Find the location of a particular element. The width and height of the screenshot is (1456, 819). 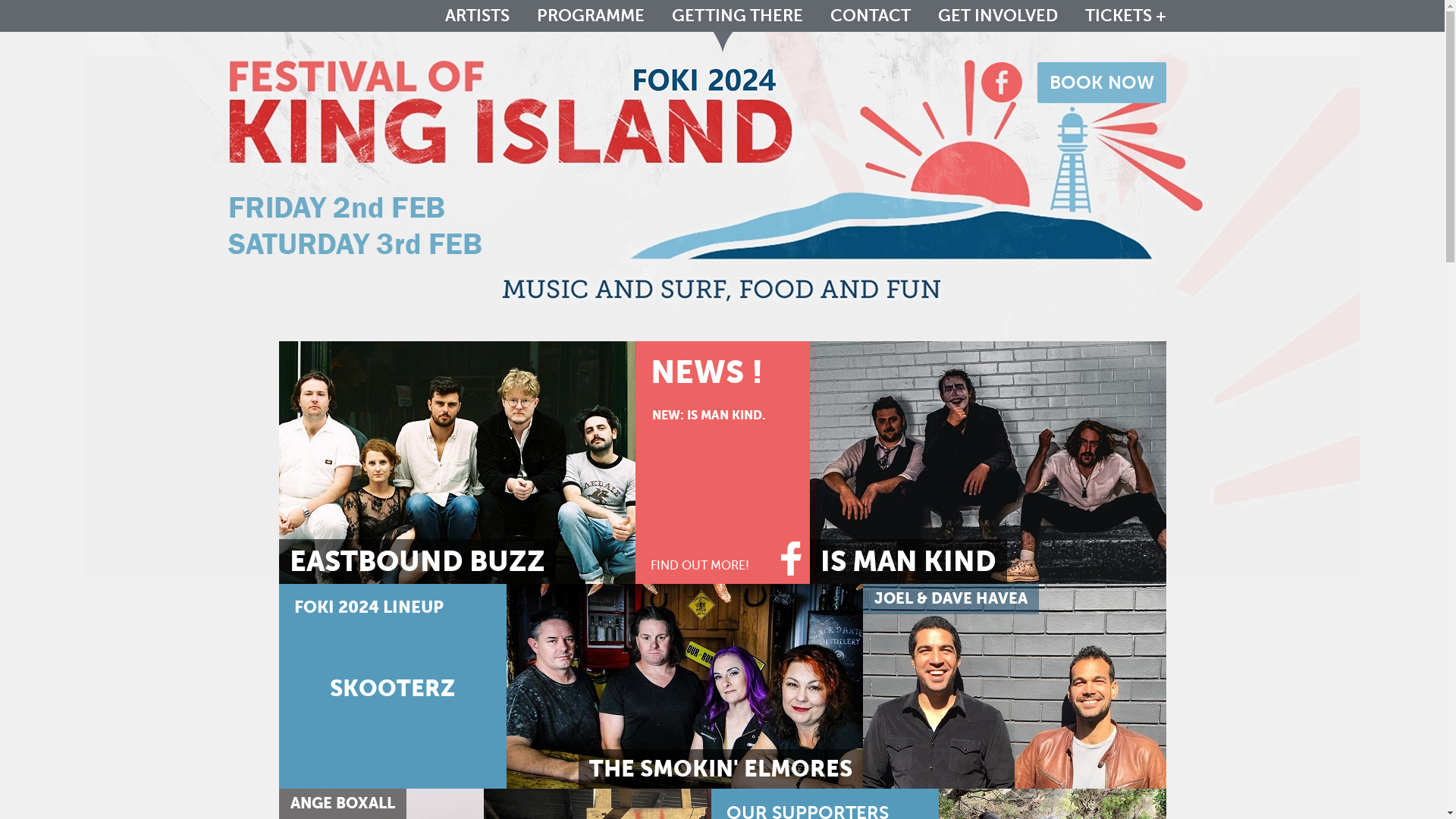

'GETTING THERE' is located at coordinates (737, 15).